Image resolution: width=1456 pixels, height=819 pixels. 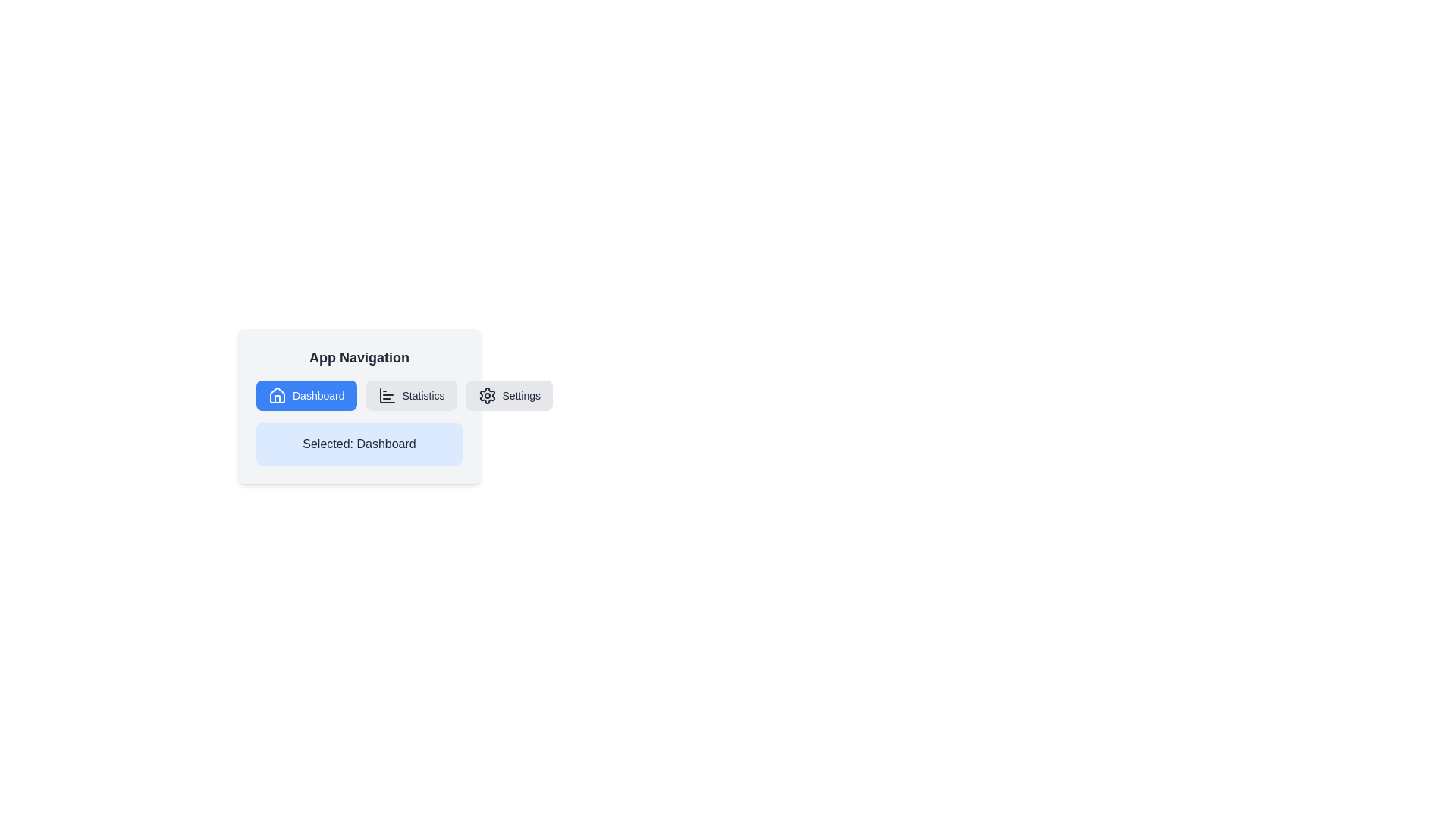 I want to click on the 'Dashboard' icon, which is located to the left of the text label 'Dashboard' in the primary navigation section of the interface, so click(x=277, y=394).